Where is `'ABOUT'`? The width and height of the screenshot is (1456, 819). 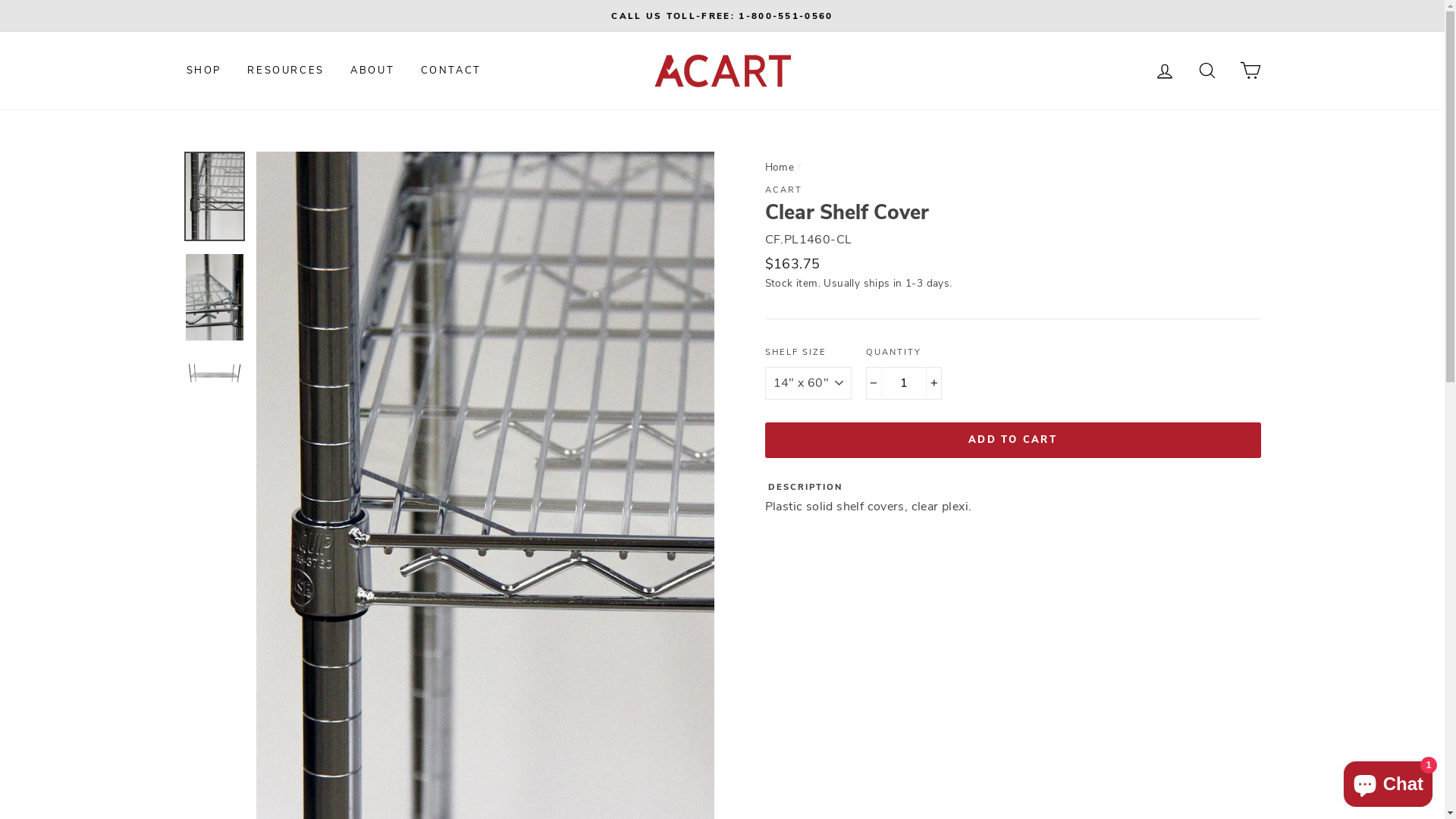 'ABOUT' is located at coordinates (372, 70).